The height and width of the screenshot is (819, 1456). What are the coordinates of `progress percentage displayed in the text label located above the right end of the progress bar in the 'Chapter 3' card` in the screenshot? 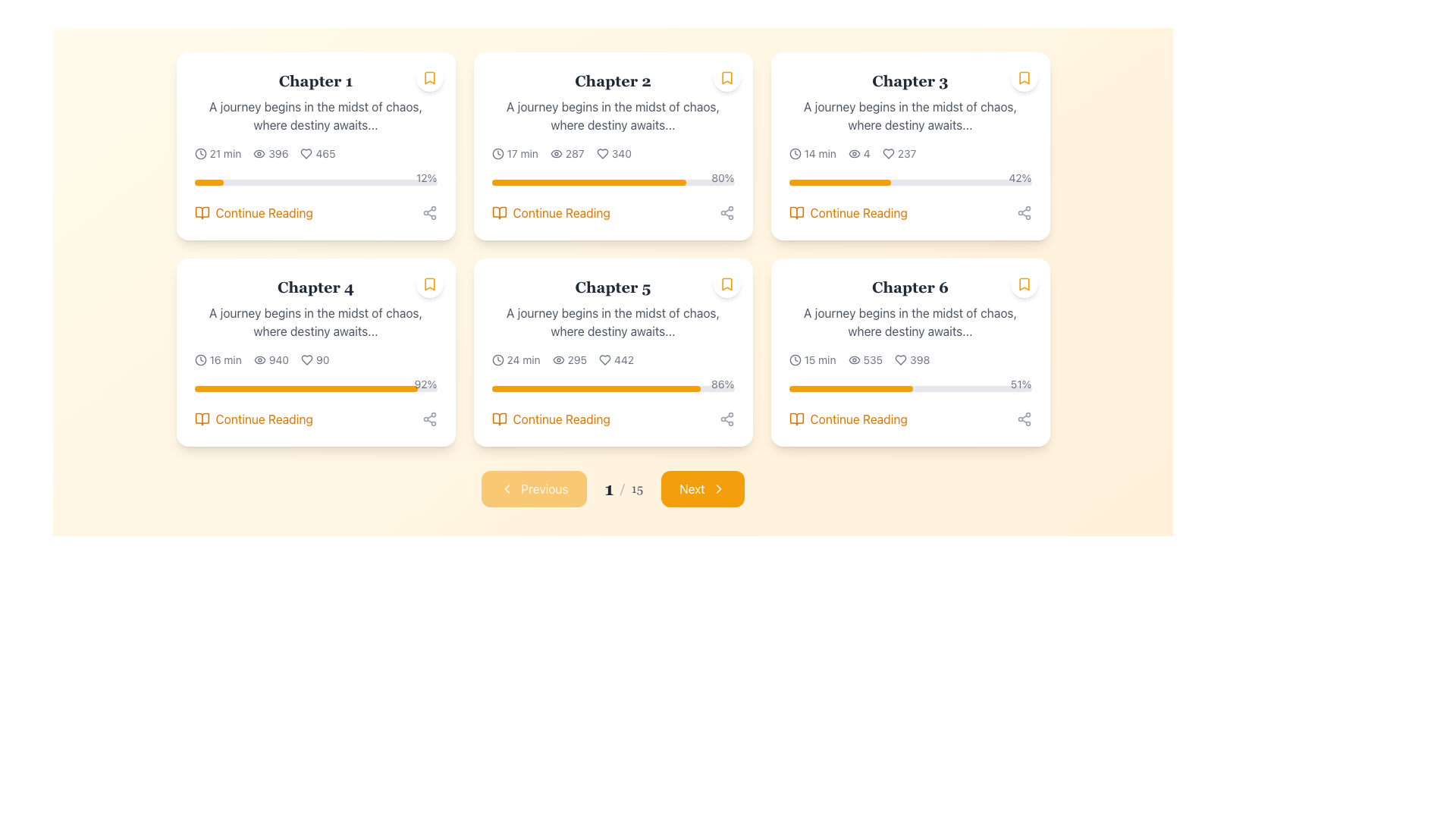 It's located at (1020, 177).